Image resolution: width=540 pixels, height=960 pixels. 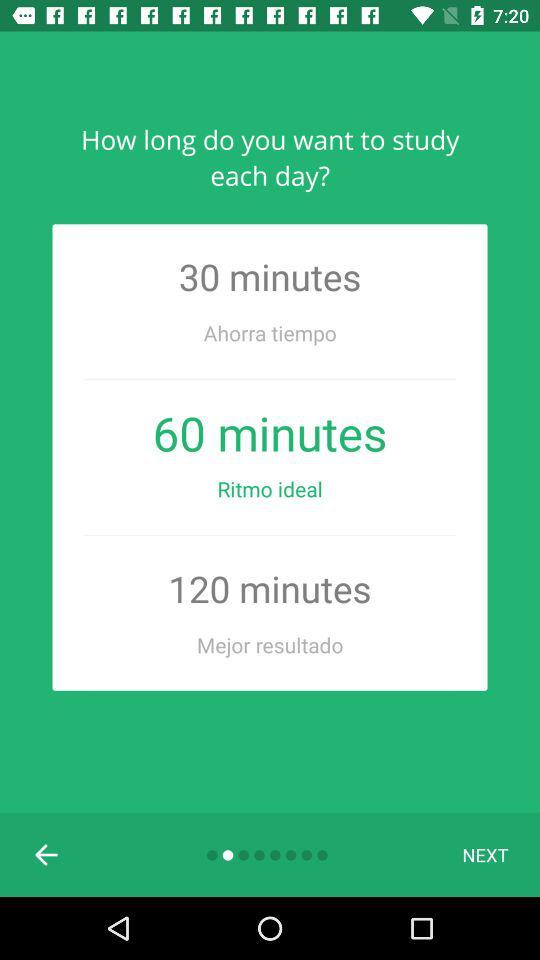 What do you see at coordinates (484, 853) in the screenshot?
I see `the next icon` at bounding box center [484, 853].